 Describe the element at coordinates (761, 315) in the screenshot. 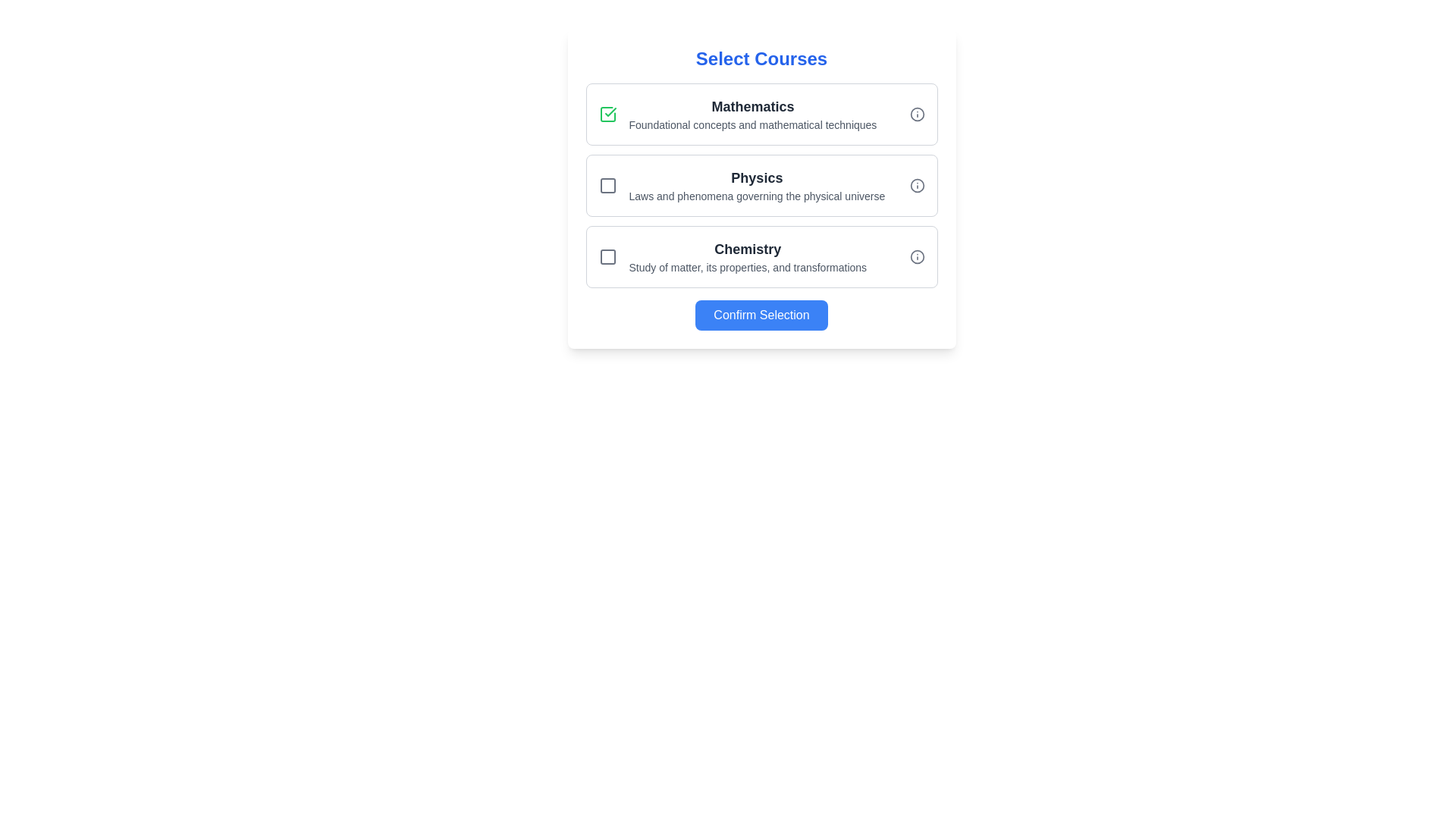

I see `the blue 'Confirm Selection' button with white bold text located at the bottom of the modal to confirm the selection` at that location.